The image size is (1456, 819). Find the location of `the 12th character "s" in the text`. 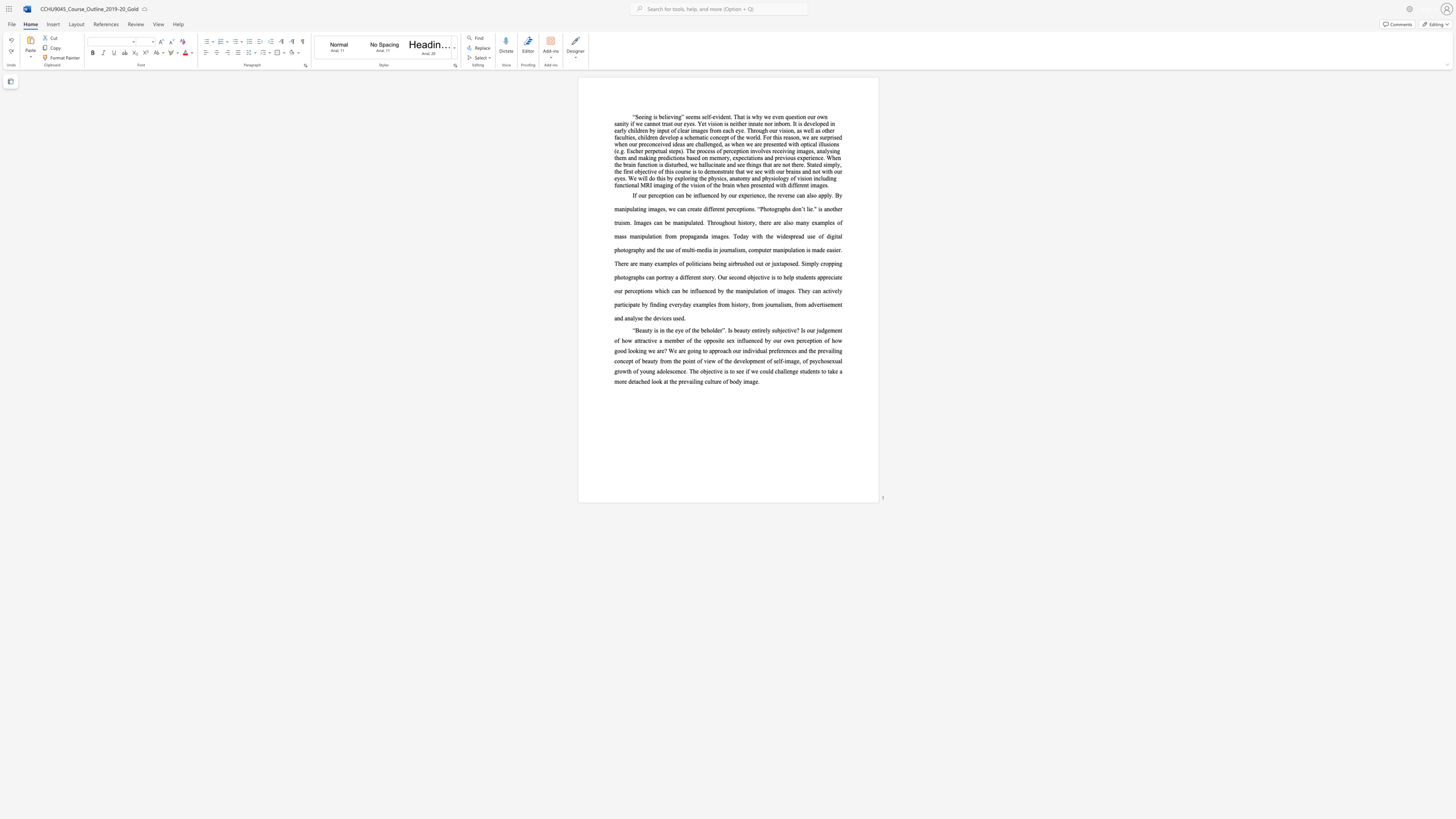

the 12th character "s" in the text is located at coordinates (800, 123).